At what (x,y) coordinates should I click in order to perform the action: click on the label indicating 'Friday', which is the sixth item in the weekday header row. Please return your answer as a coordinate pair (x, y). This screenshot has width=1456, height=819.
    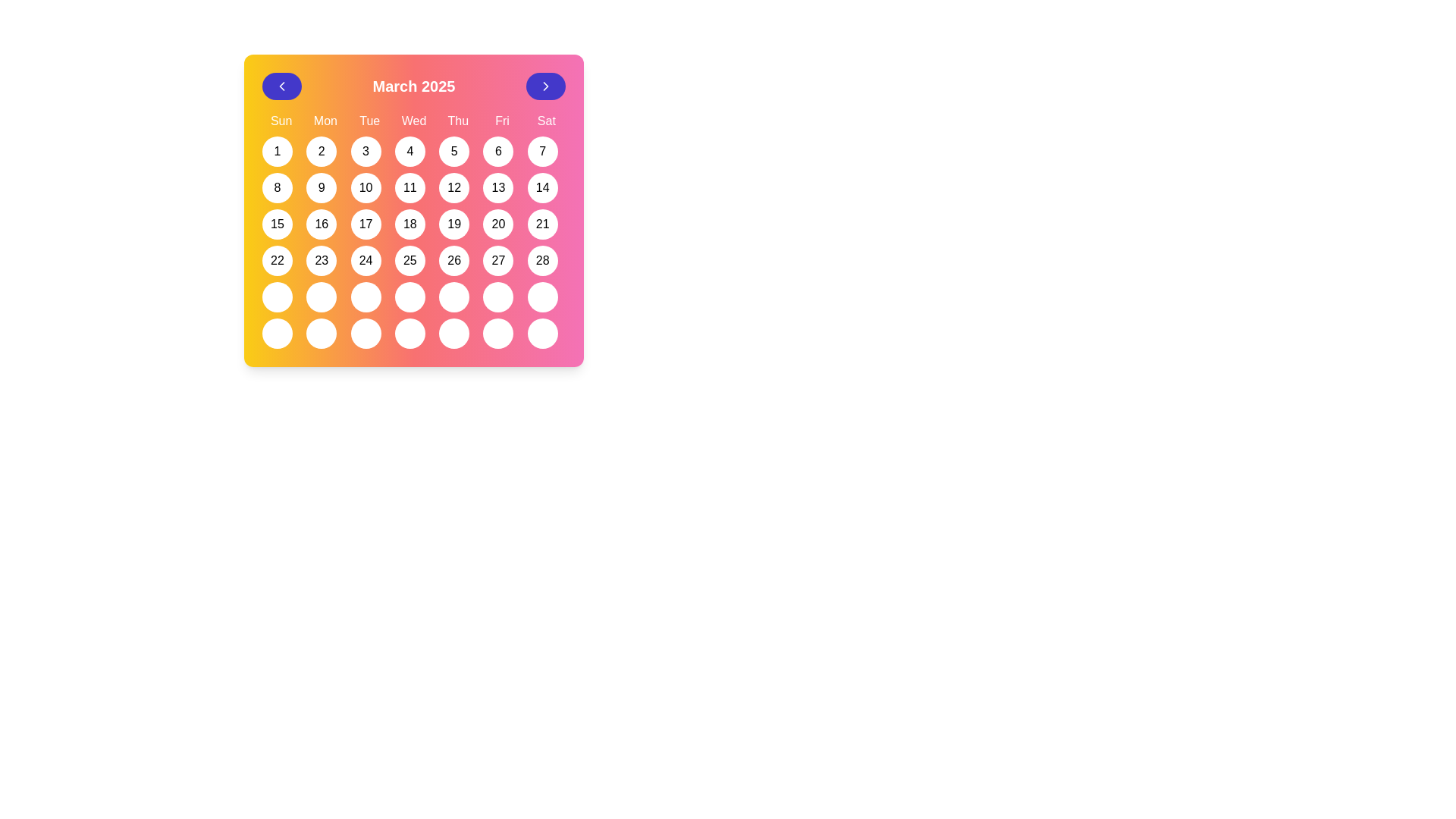
    Looking at the image, I should click on (502, 120).